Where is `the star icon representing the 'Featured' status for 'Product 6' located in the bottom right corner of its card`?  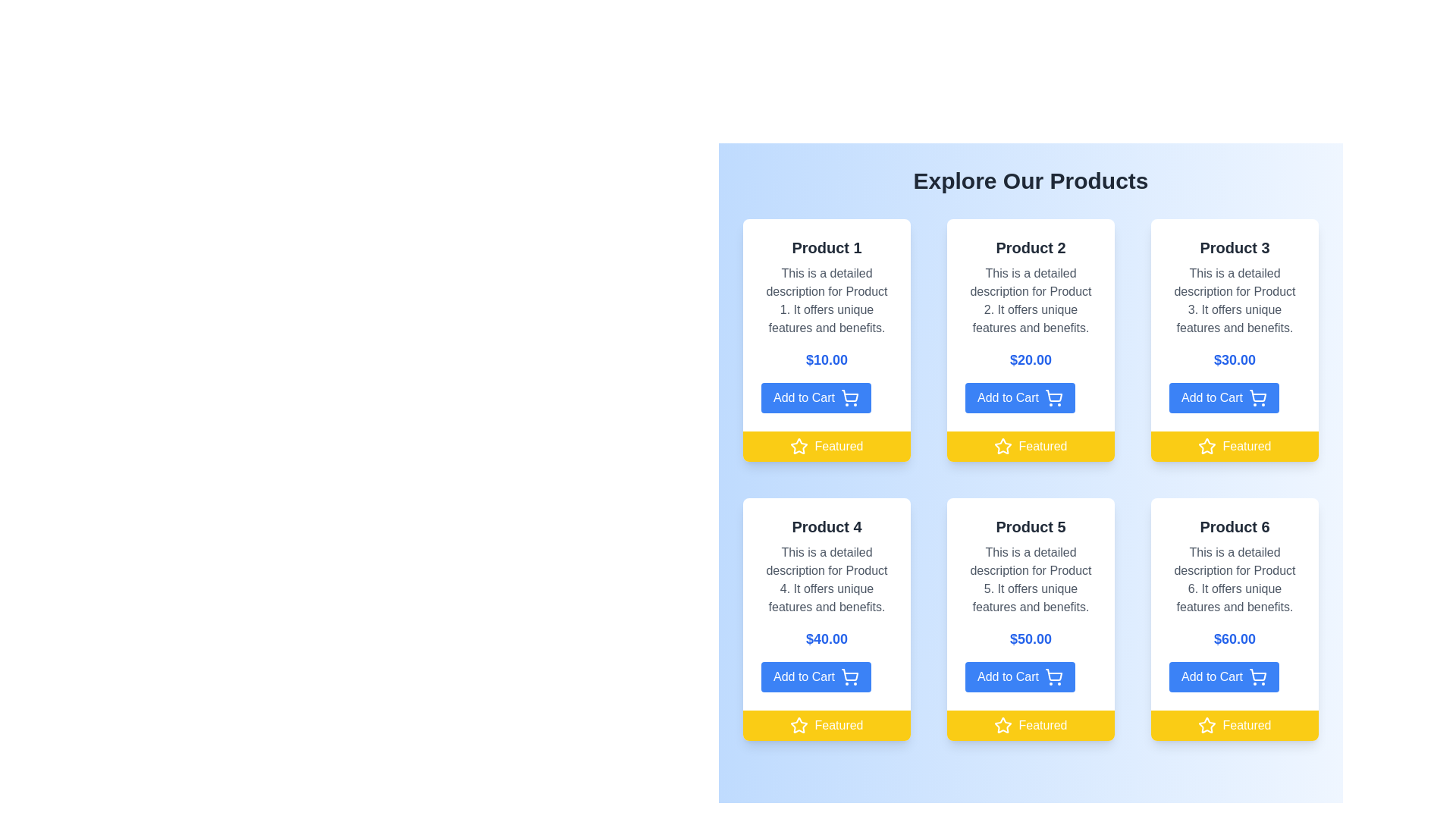 the star icon representing the 'Featured' status for 'Product 6' located in the bottom right corner of its card is located at coordinates (1207, 724).